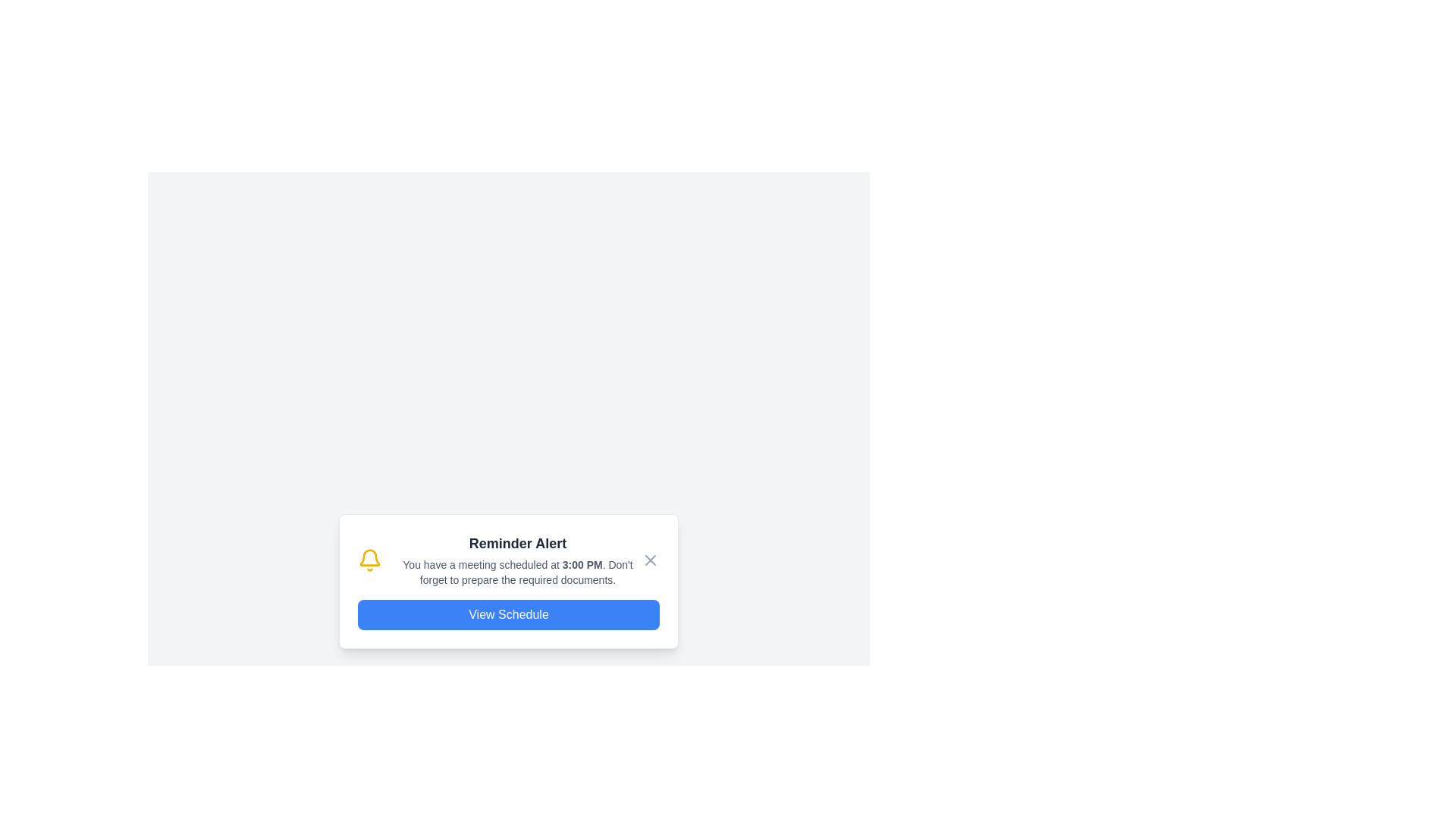  What do you see at coordinates (517, 543) in the screenshot?
I see `the 'Reminder Alert' text label which is prominently displayed at the top of the notification card` at bounding box center [517, 543].